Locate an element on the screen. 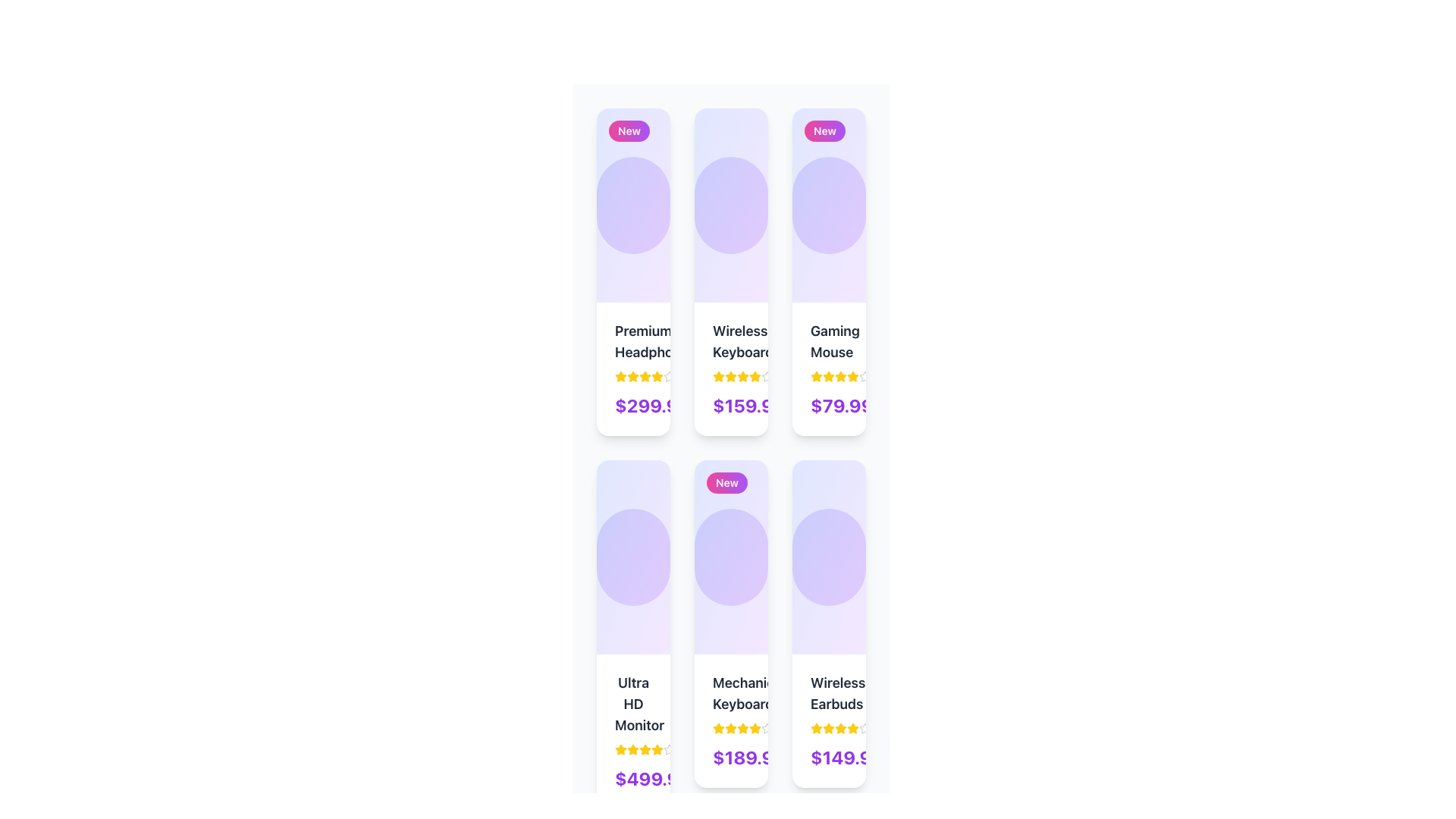 The image size is (1456, 819). the static text element that serves as the product title in the second column of the top row of the product display grid is located at coordinates (731, 342).